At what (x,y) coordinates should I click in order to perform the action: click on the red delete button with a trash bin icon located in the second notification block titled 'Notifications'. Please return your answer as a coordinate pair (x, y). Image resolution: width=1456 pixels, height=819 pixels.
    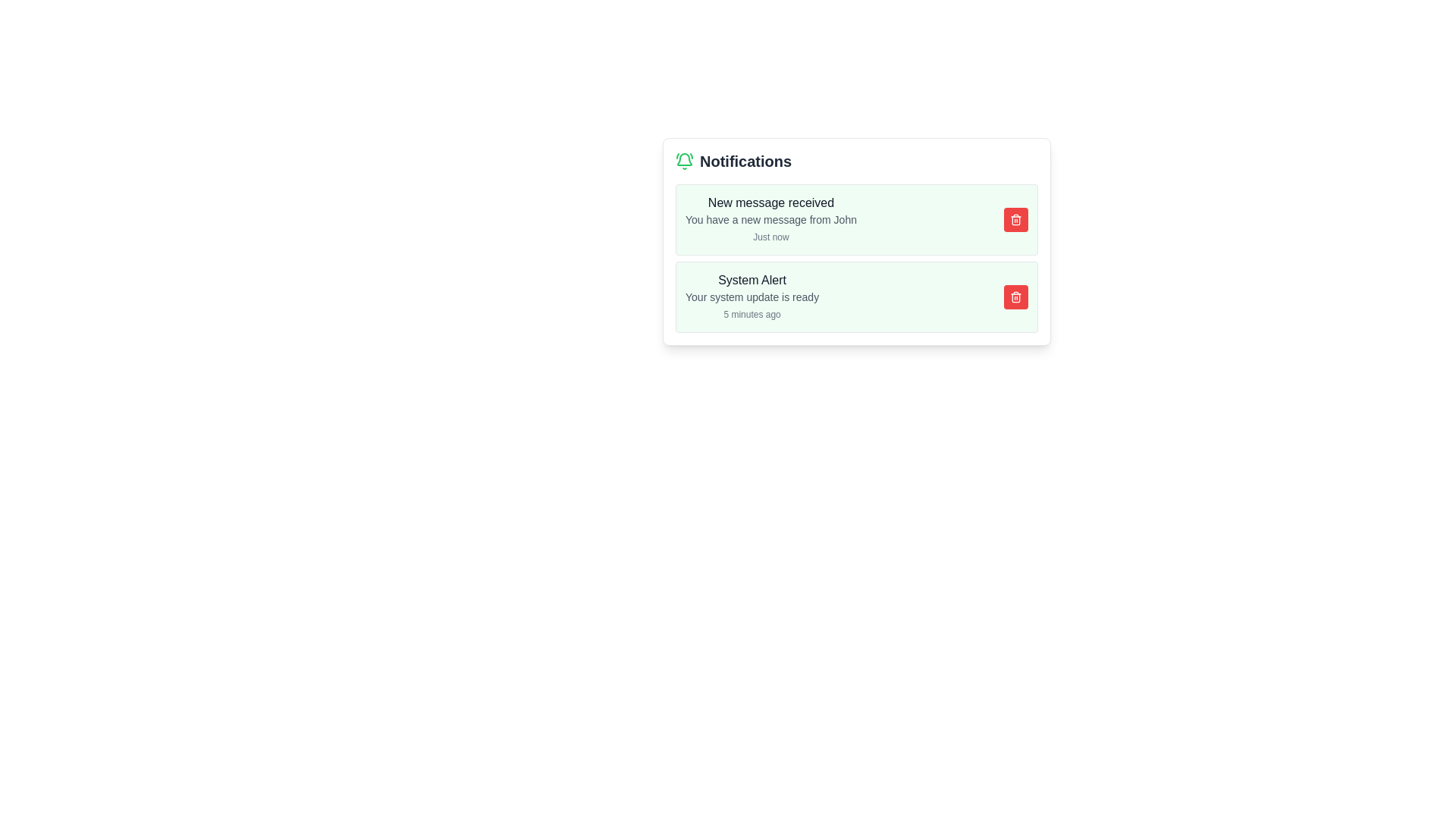
    Looking at the image, I should click on (1015, 297).